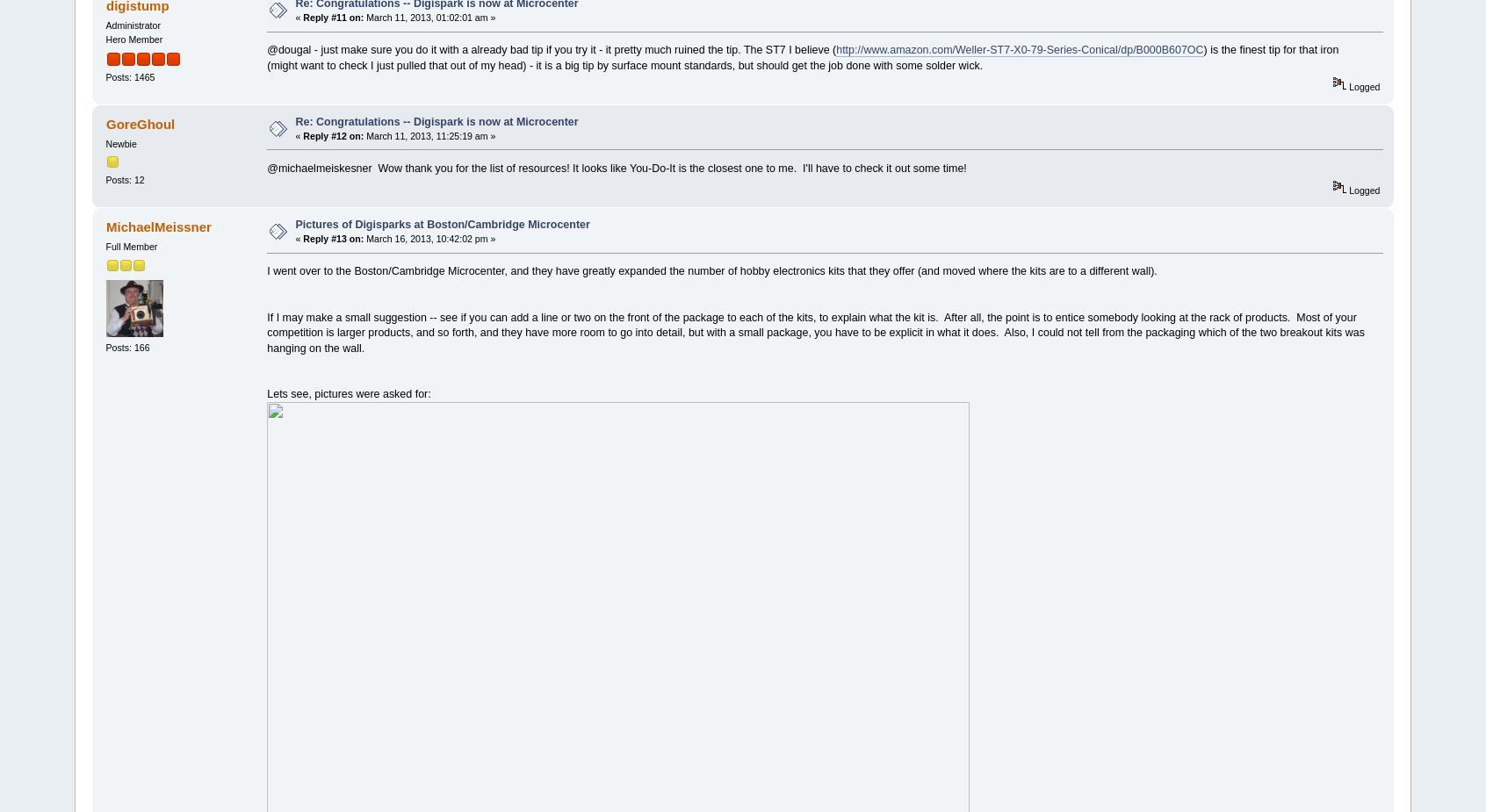 The height and width of the screenshot is (812, 1486). Describe the element at coordinates (105, 38) in the screenshot. I see `'Hero Member'` at that location.